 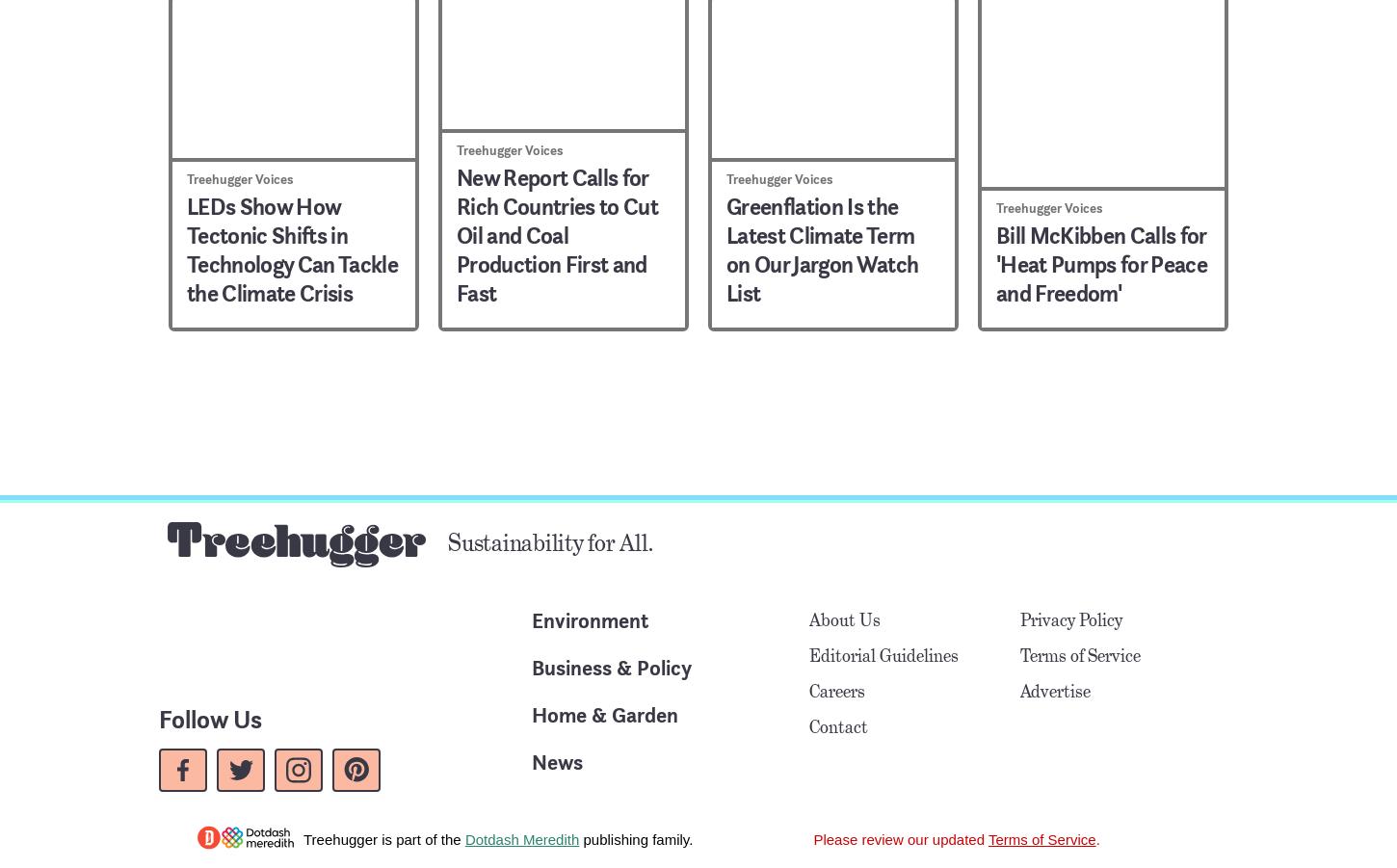 What do you see at coordinates (1100, 263) in the screenshot?
I see `'Bill McKibben Calls for 'Heat Pumps for Peace and Freedom''` at bounding box center [1100, 263].